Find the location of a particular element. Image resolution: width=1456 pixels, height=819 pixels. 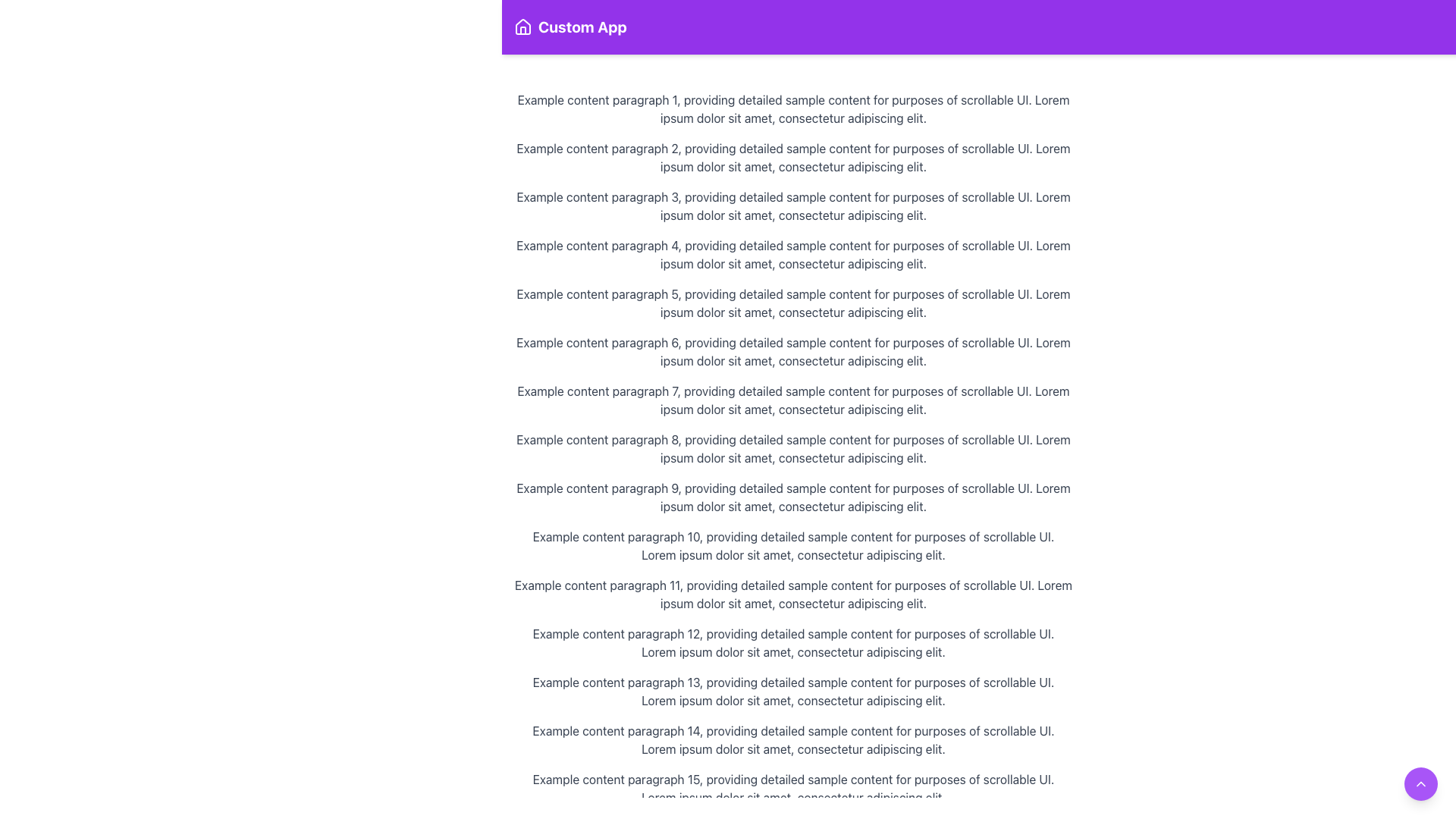

text content of the paragraph styled in gray font that is the 13th paragraph in a multi-paragraph layout is located at coordinates (792, 691).